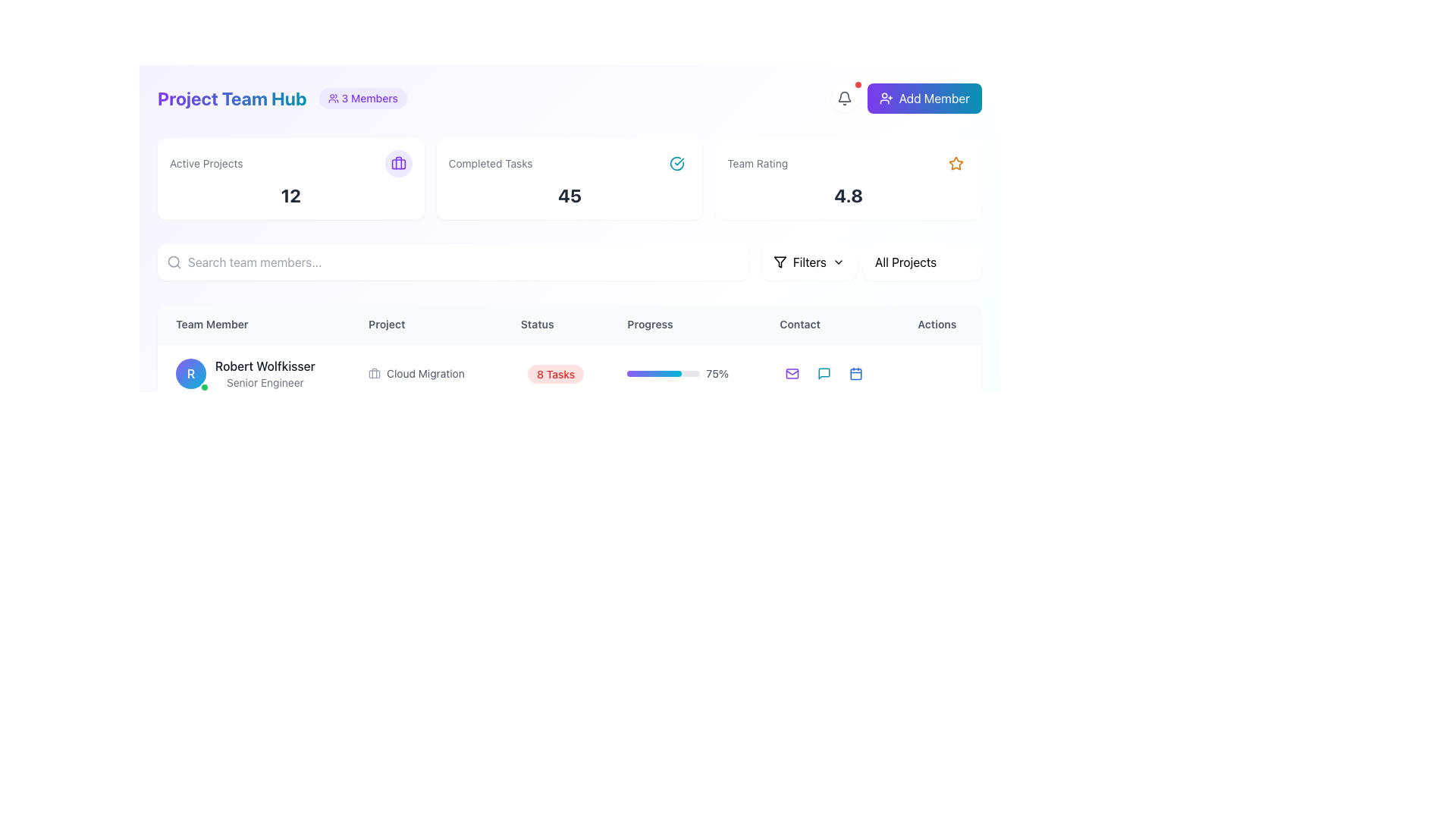 The width and height of the screenshot is (1456, 819). Describe the element at coordinates (664, 431) in the screenshot. I see `the horizontal progress bar indicating 60% completion for the 'Cloud Migration' project located in the 'Progress' column of the table` at that location.